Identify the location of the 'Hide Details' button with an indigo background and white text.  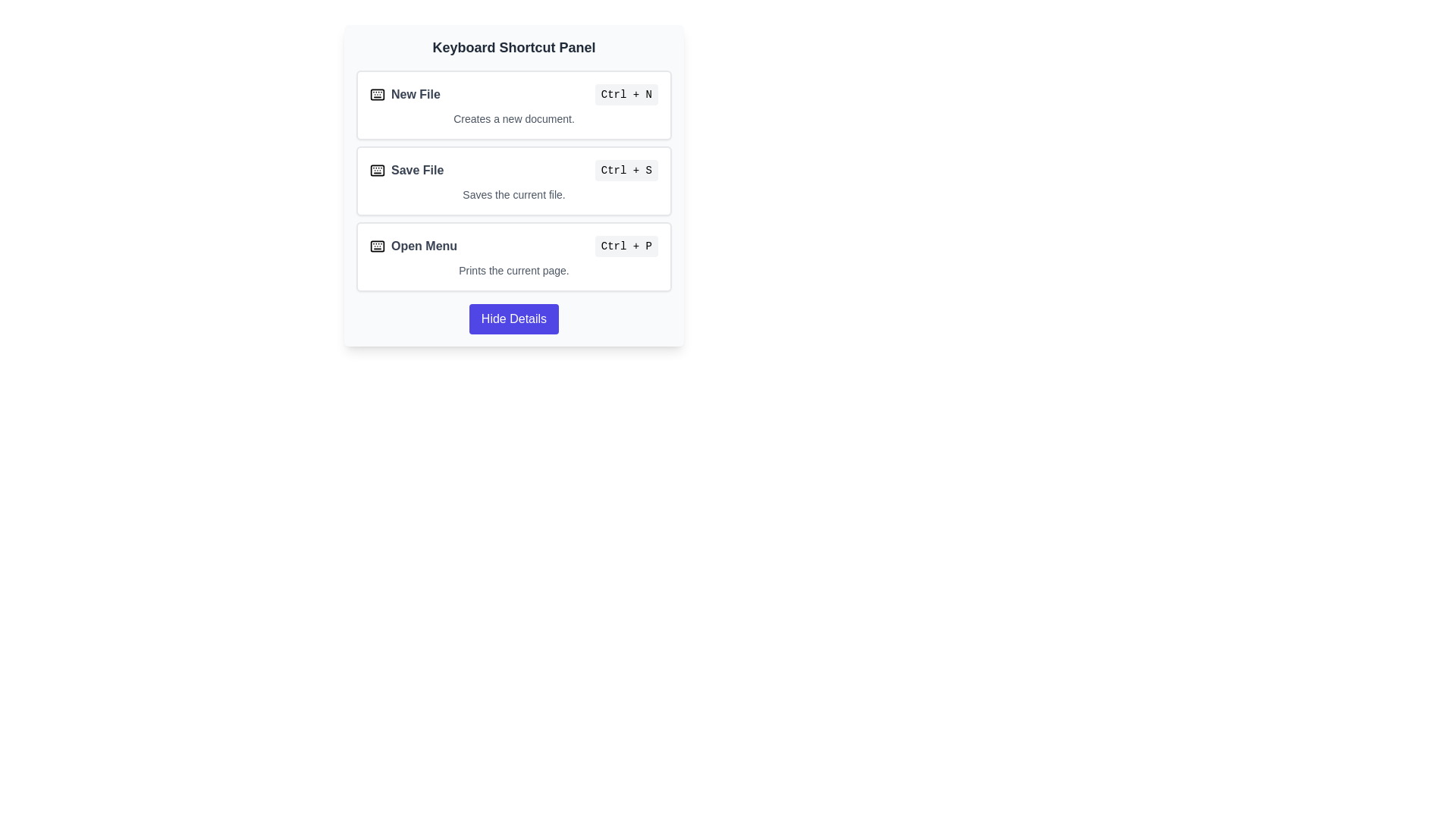
(513, 318).